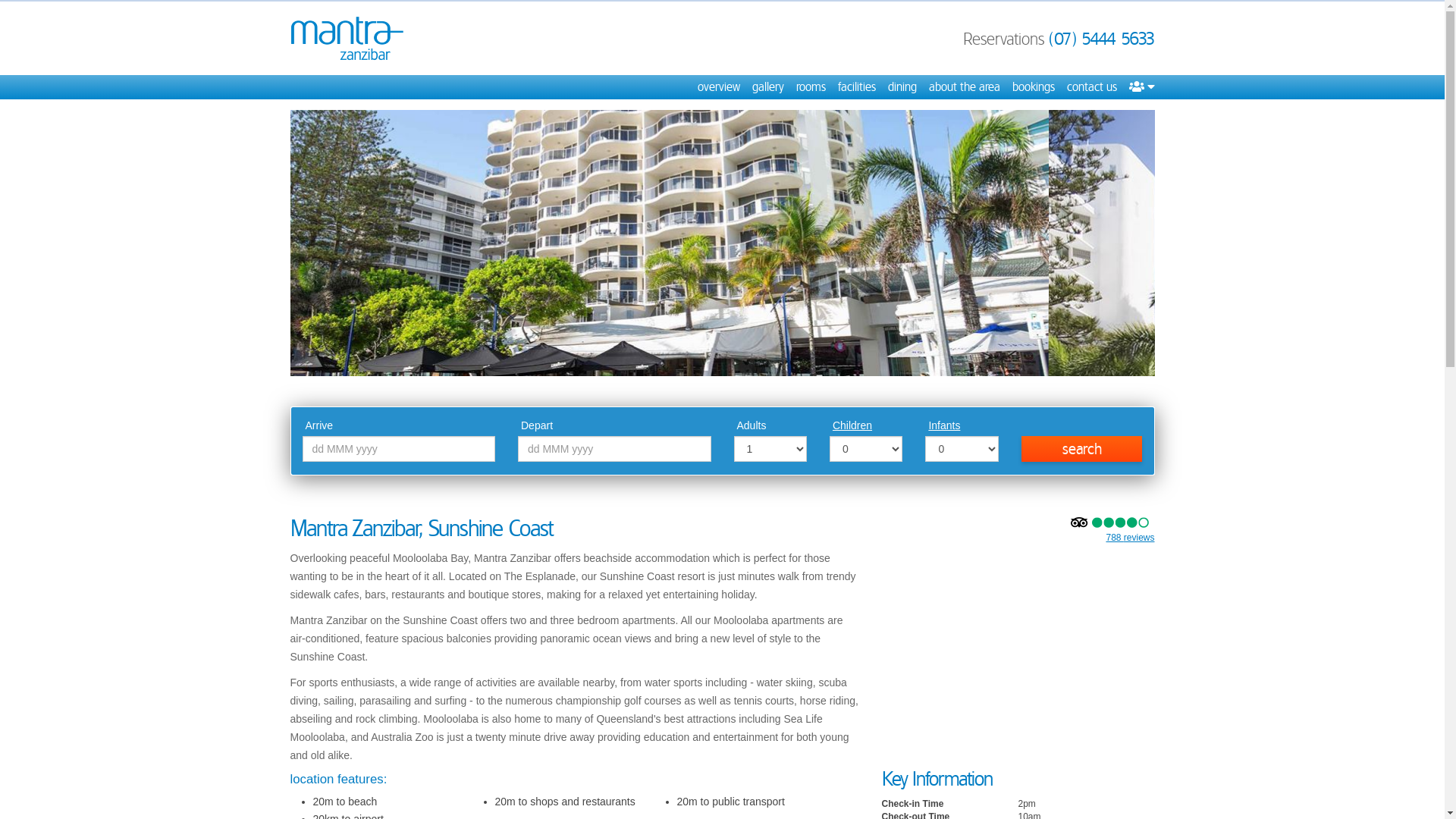 The image size is (1456, 819). I want to click on 'rooms', so click(795, 87).